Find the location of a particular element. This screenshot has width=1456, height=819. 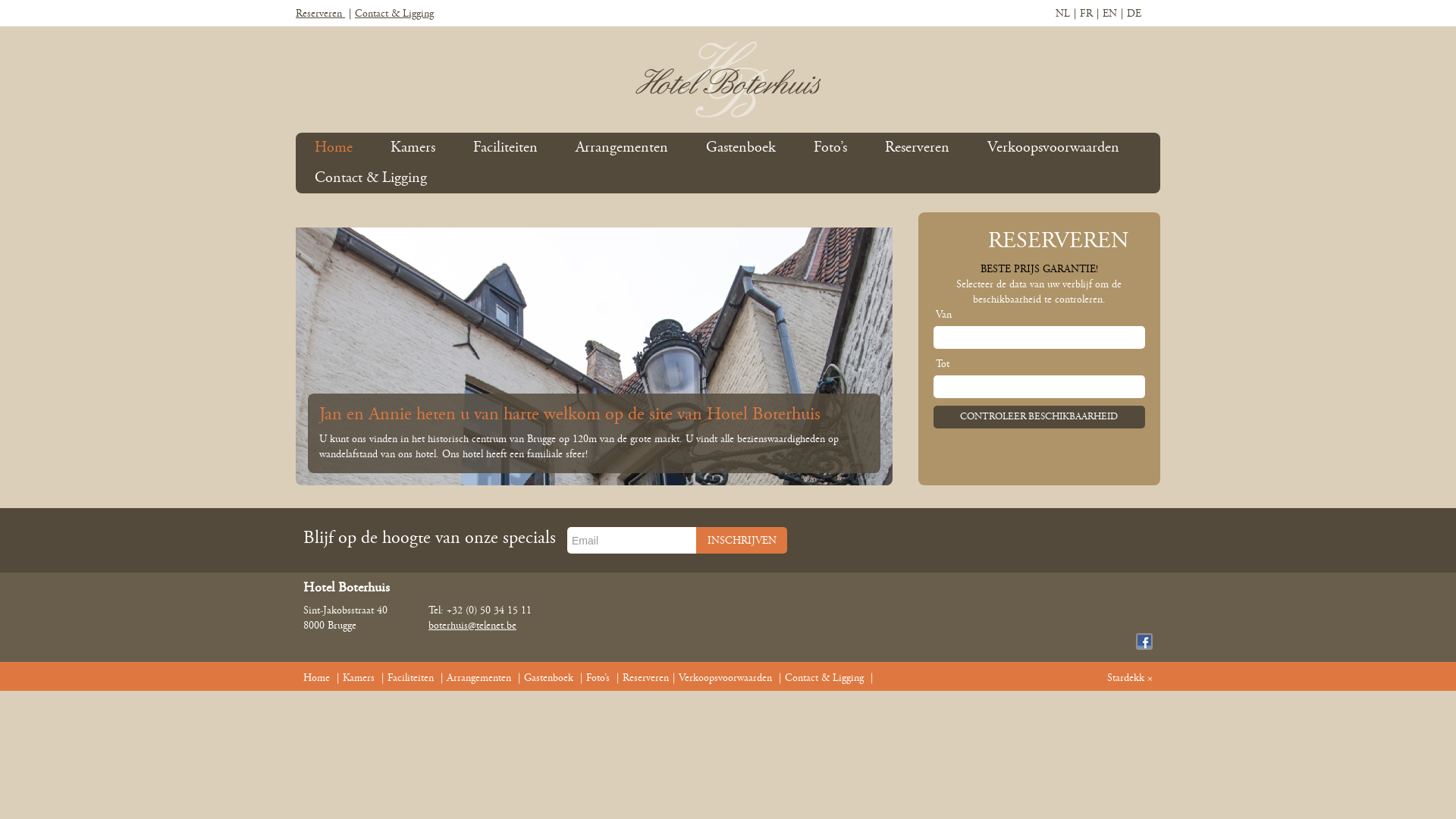

'DE' is located at coordinates (1134, 14).